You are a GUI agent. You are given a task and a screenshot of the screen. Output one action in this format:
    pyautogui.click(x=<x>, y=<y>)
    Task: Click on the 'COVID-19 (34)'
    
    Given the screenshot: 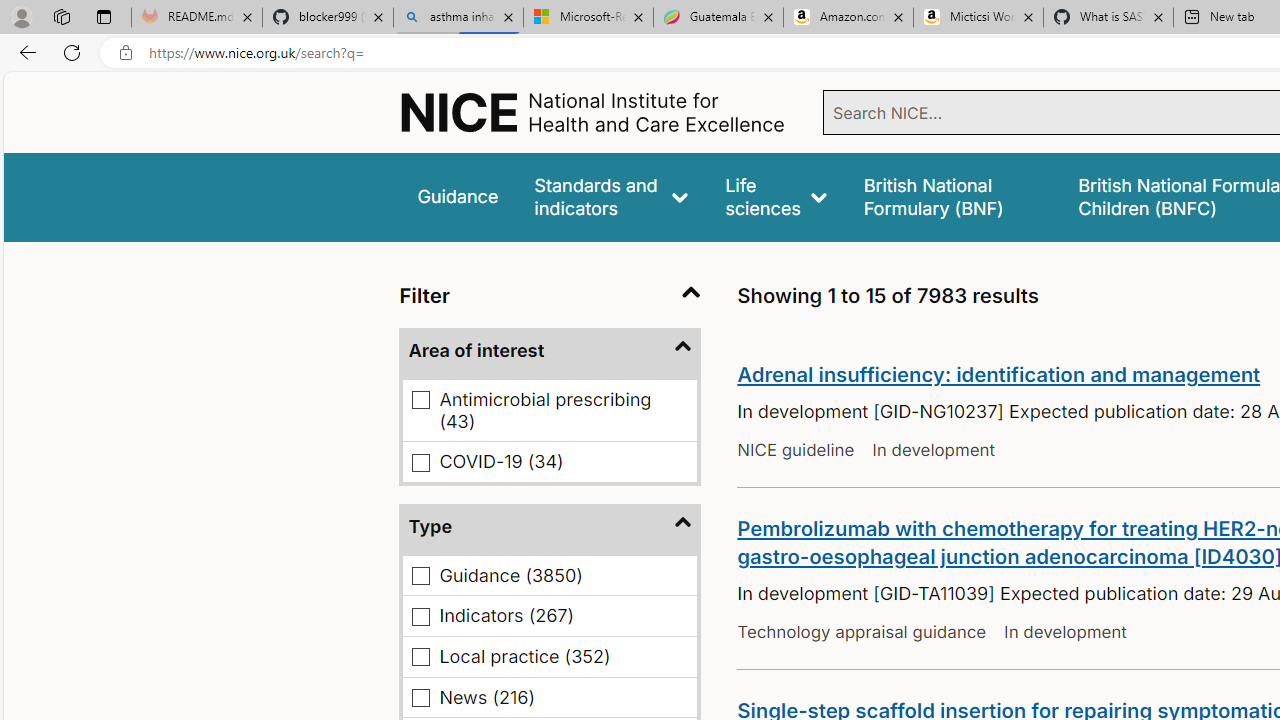 What is the action you would take?
    pyautogui.click(x=420, y=462)
    